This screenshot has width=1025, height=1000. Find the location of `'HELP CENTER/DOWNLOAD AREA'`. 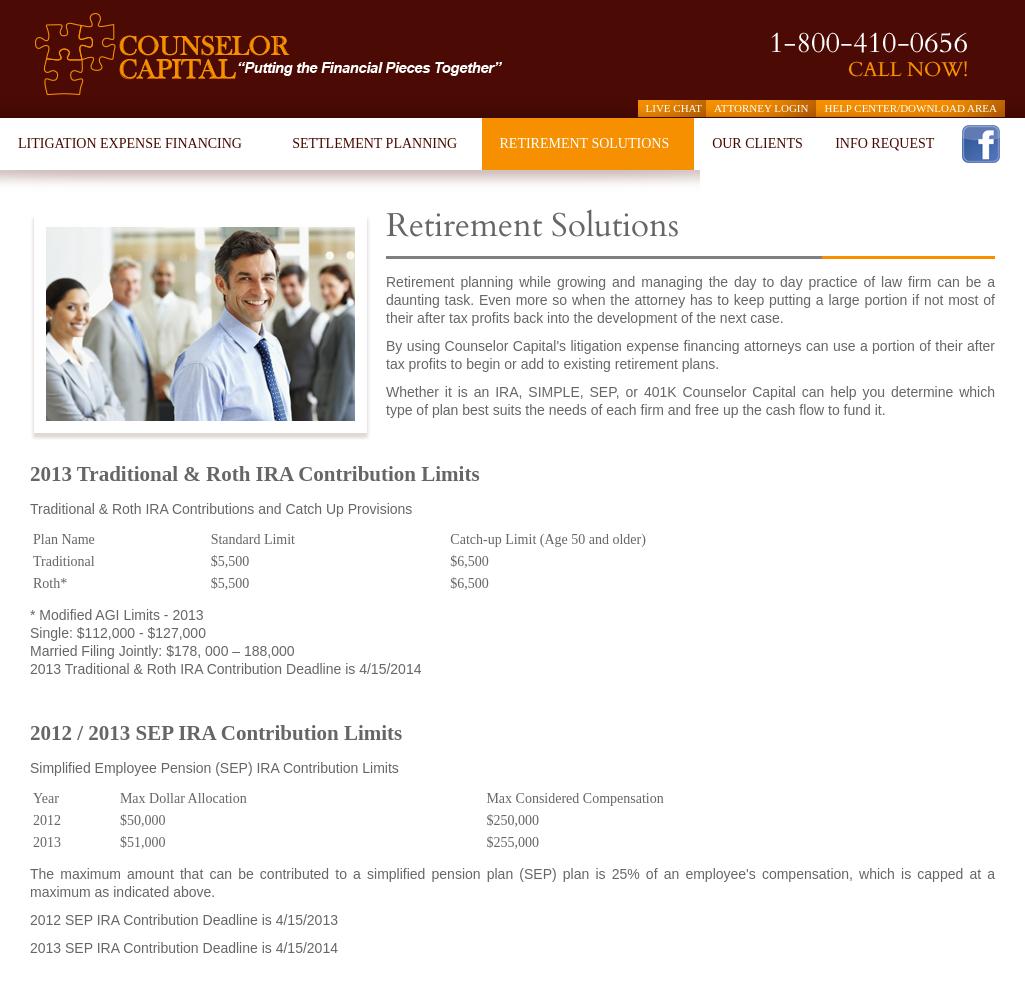

'HELP CENTER/DOWNLOAD AREA' is located at coordinates (909, 107).